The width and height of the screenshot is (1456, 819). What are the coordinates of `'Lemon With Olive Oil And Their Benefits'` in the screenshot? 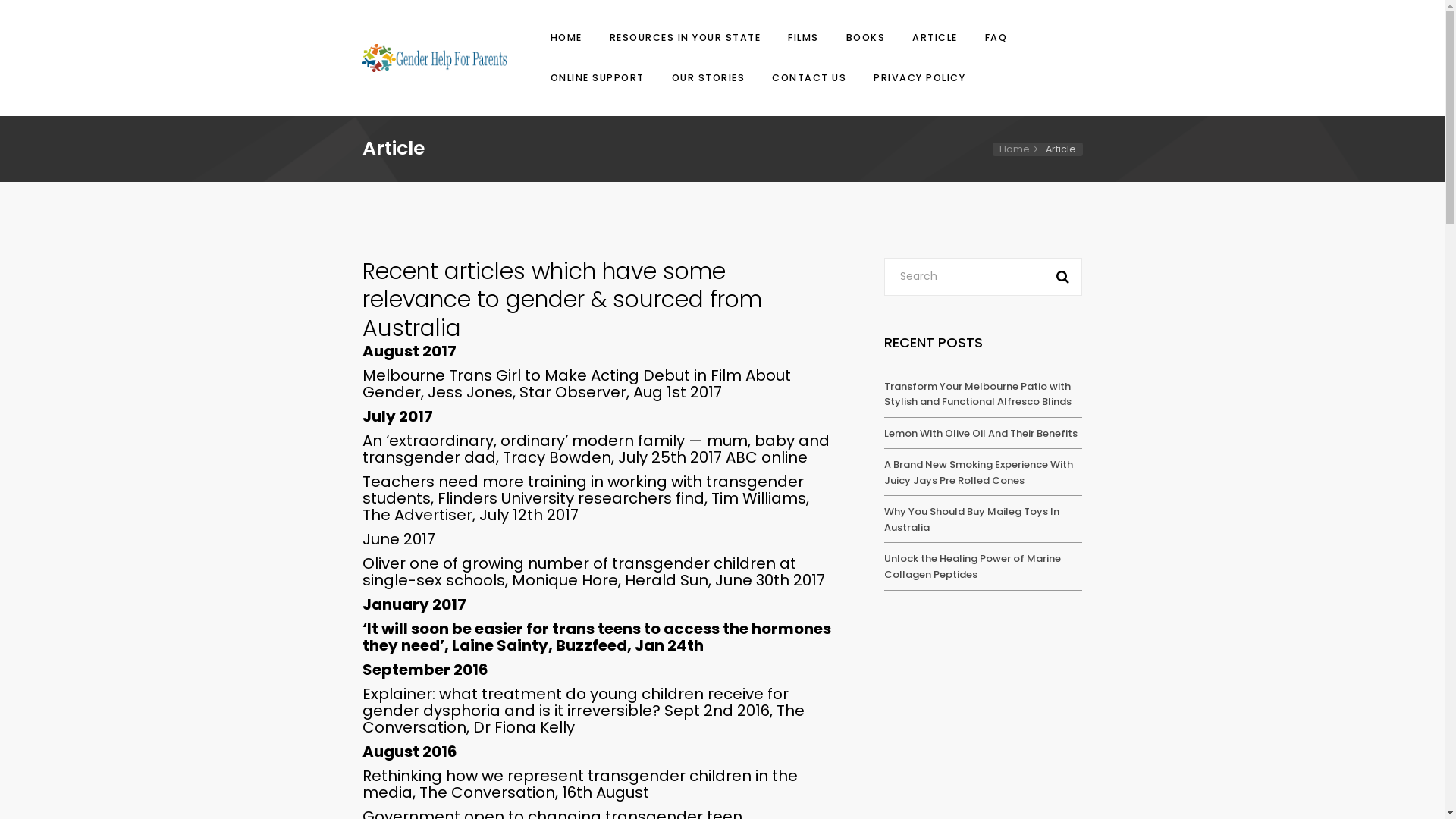 It's located at (884, 433).